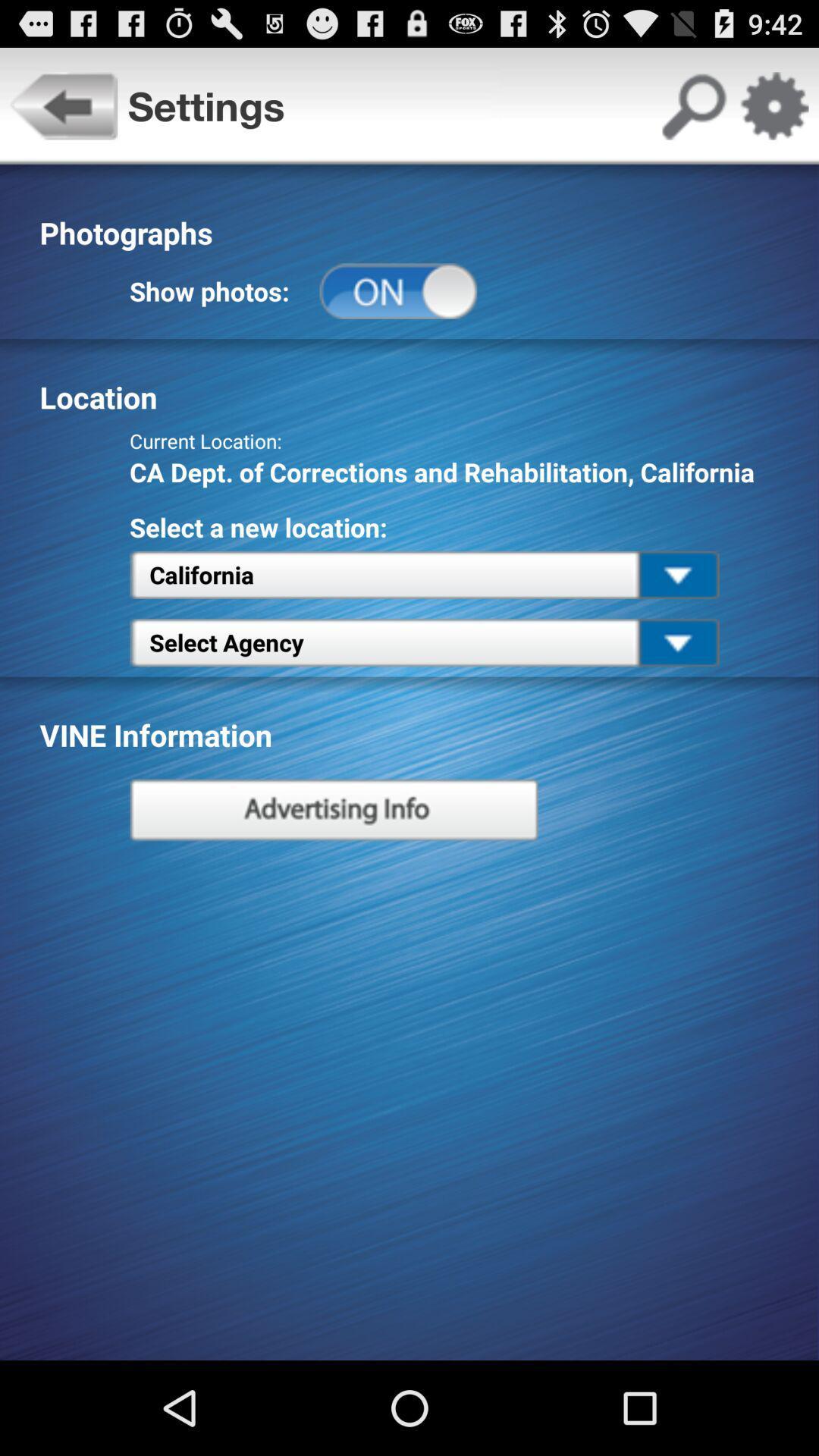  I want to click on the search icon, so click(693, 112).